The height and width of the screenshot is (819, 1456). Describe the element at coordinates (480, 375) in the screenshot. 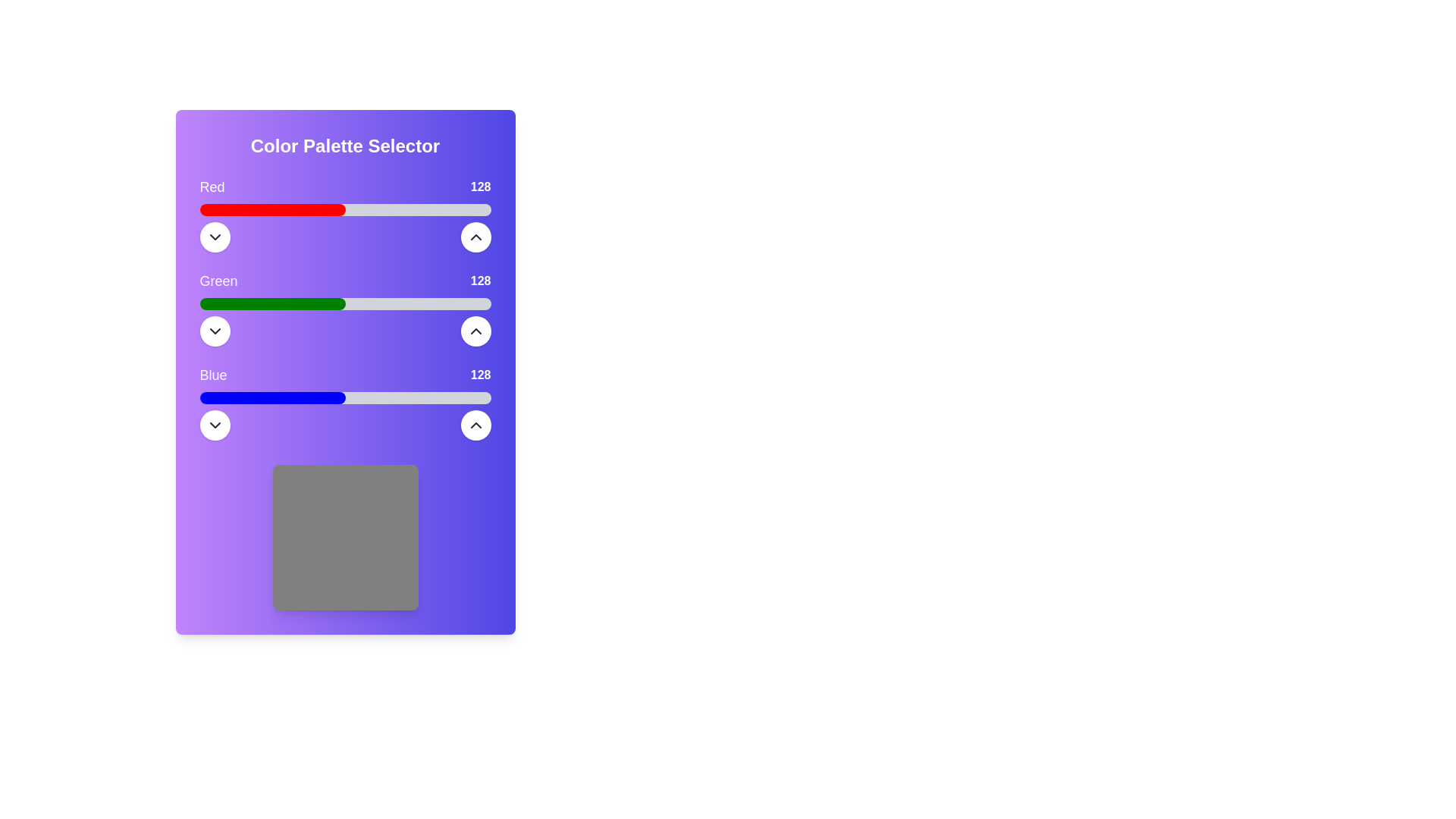

I see `the bold text display showing the value '128' aligned at the far-right end of the row labeled 'Blue'` at that location.